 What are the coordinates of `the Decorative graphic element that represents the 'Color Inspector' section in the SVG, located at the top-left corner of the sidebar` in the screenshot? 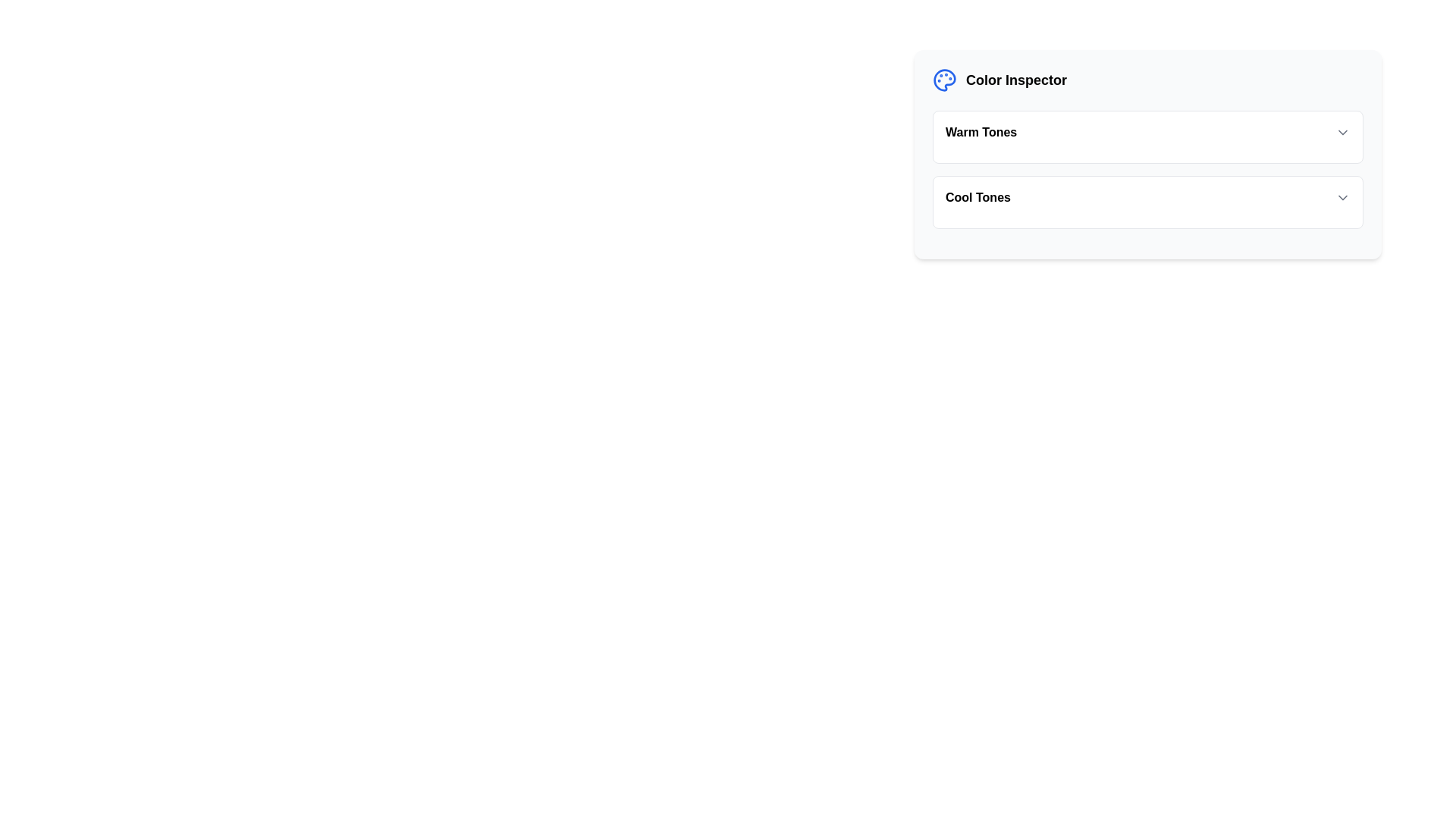 It's located at (944, 80).